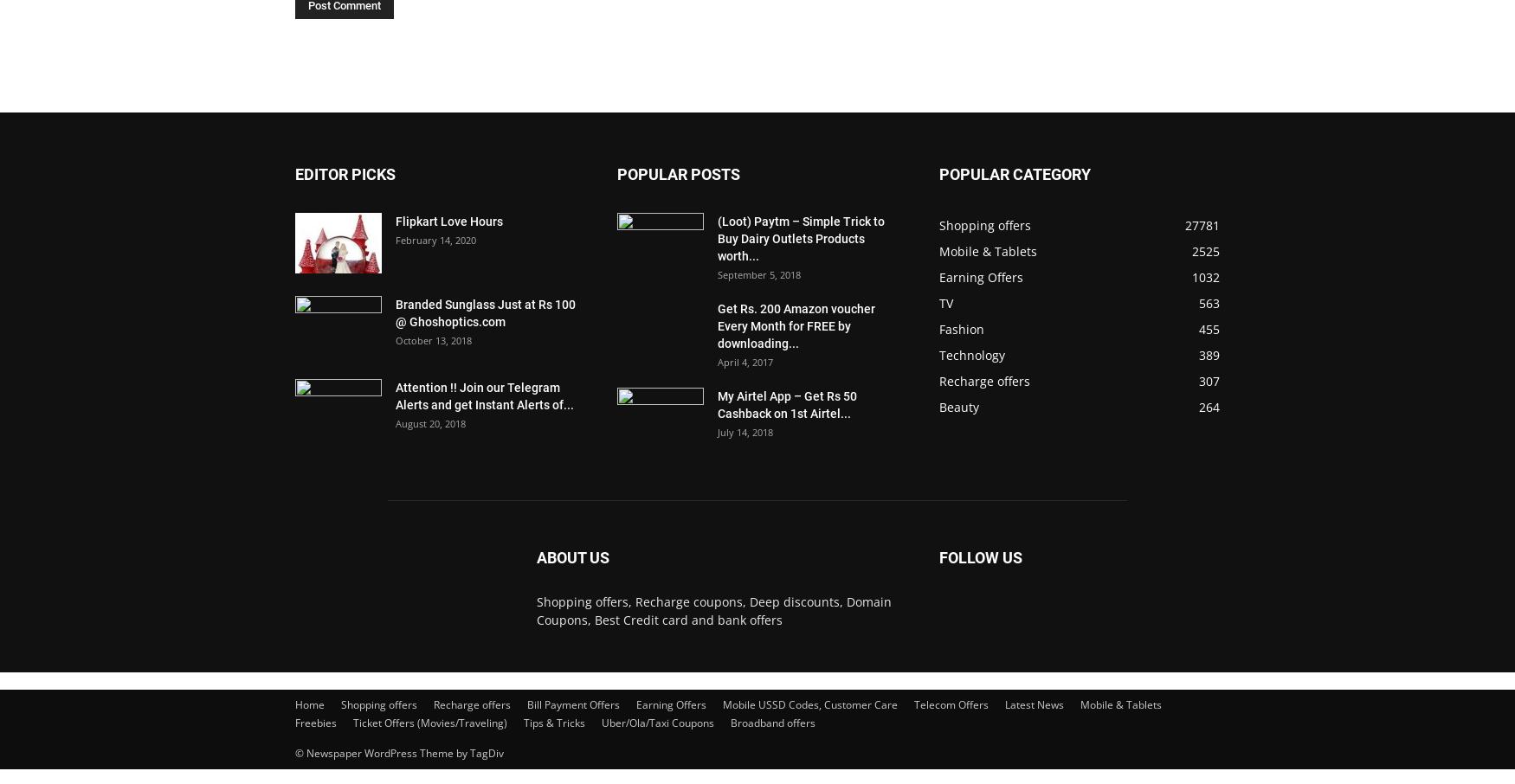  Describe the element at coordinates (448, 222) in the screenshot. I see `'Flipkart Love Hours'` at that location.